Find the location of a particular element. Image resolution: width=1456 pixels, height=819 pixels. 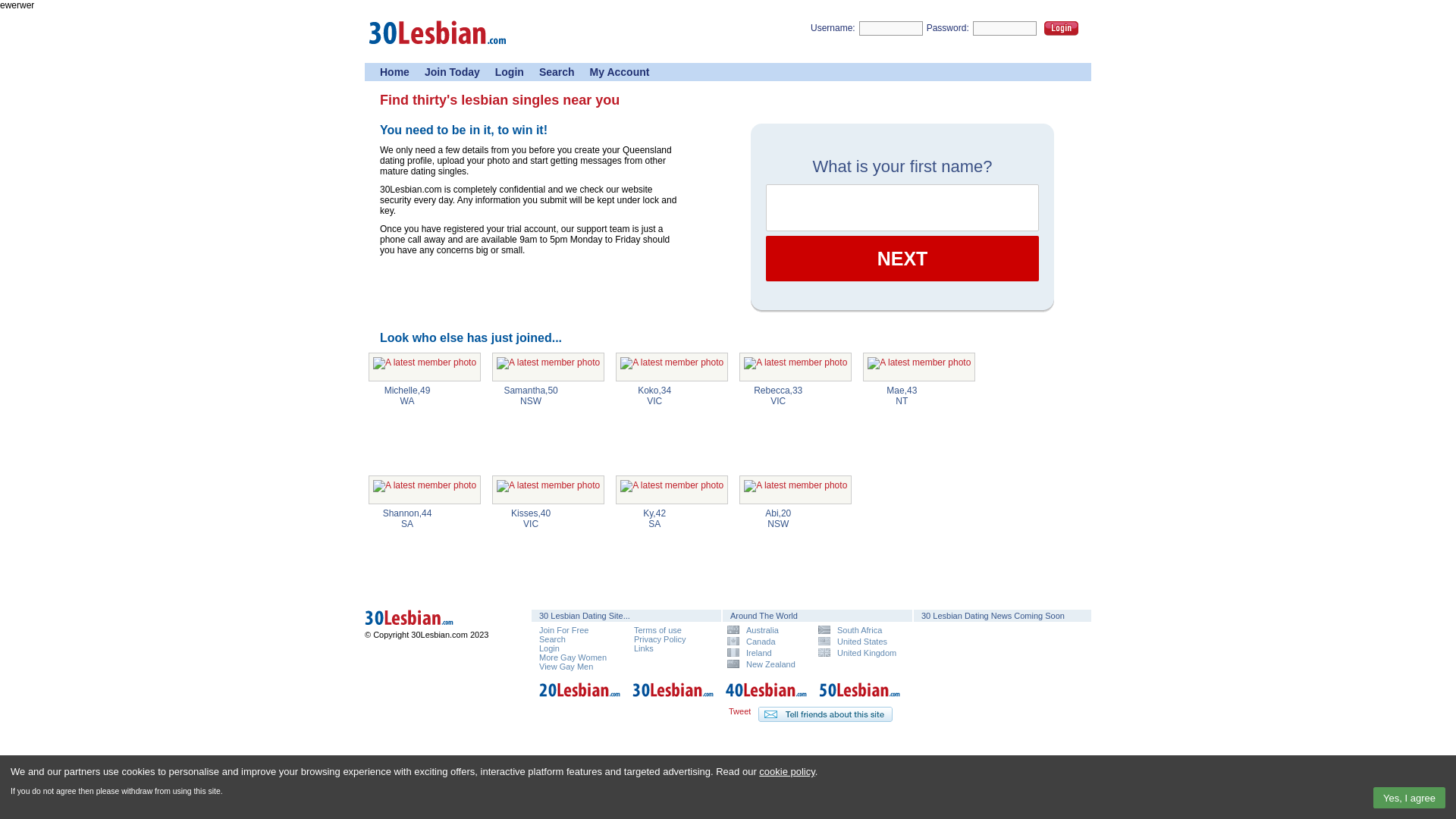

'Tell your friends about 30 Lesbian Dating' is located at coordinates (758, 714).